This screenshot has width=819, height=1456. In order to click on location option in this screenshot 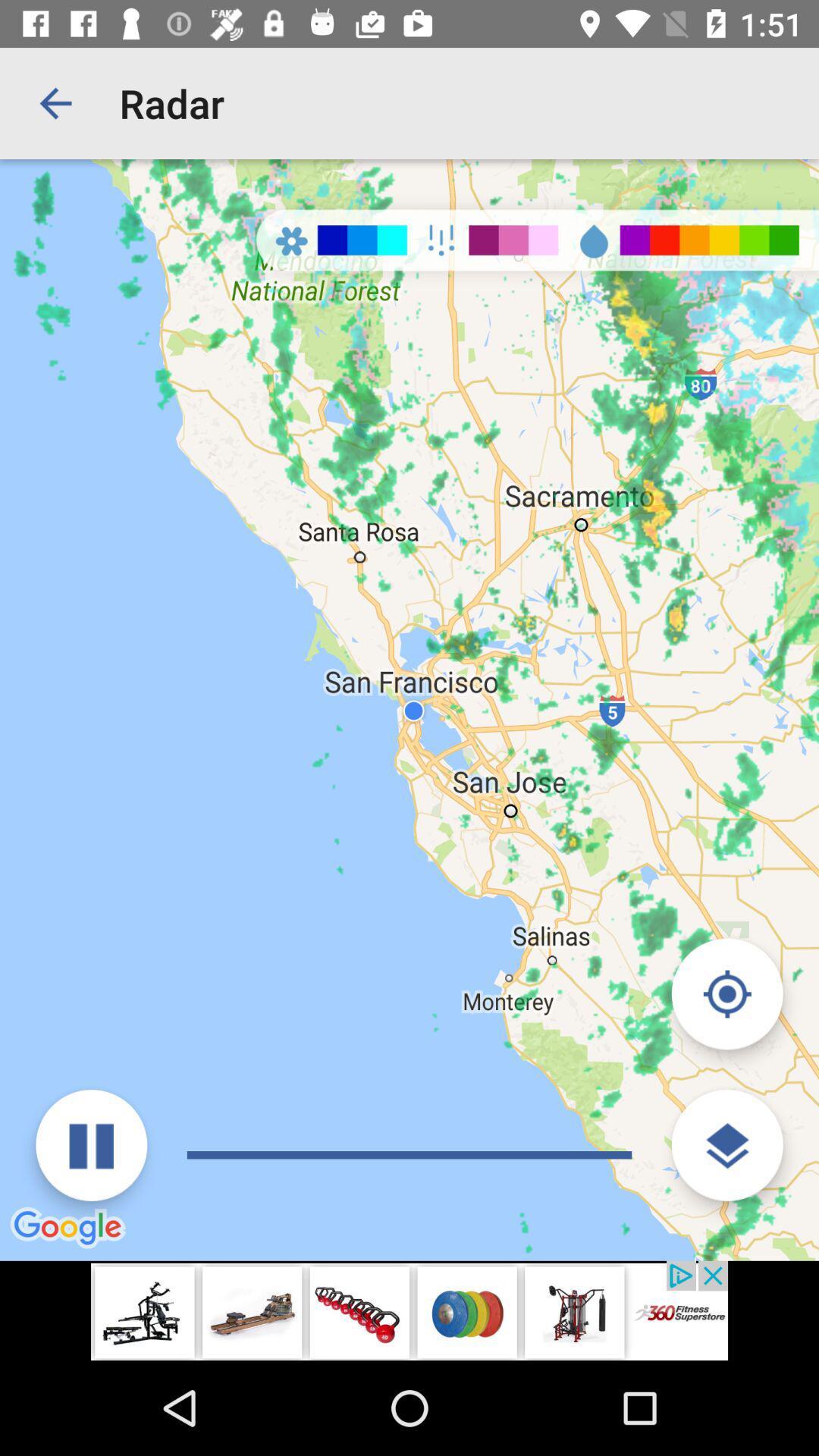, I will do `click(726, 993)`.